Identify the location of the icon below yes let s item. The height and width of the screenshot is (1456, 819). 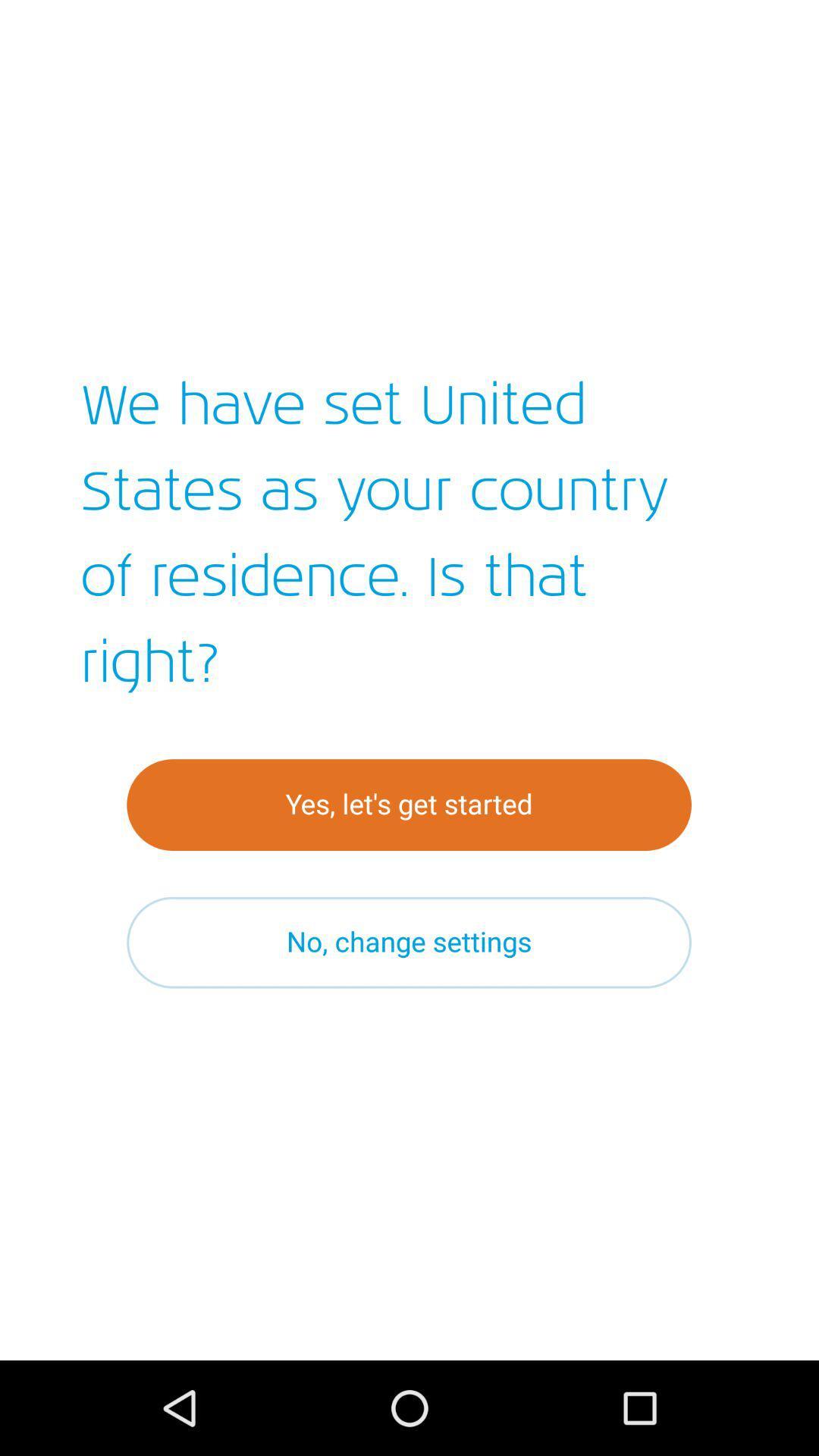
(408, 942).